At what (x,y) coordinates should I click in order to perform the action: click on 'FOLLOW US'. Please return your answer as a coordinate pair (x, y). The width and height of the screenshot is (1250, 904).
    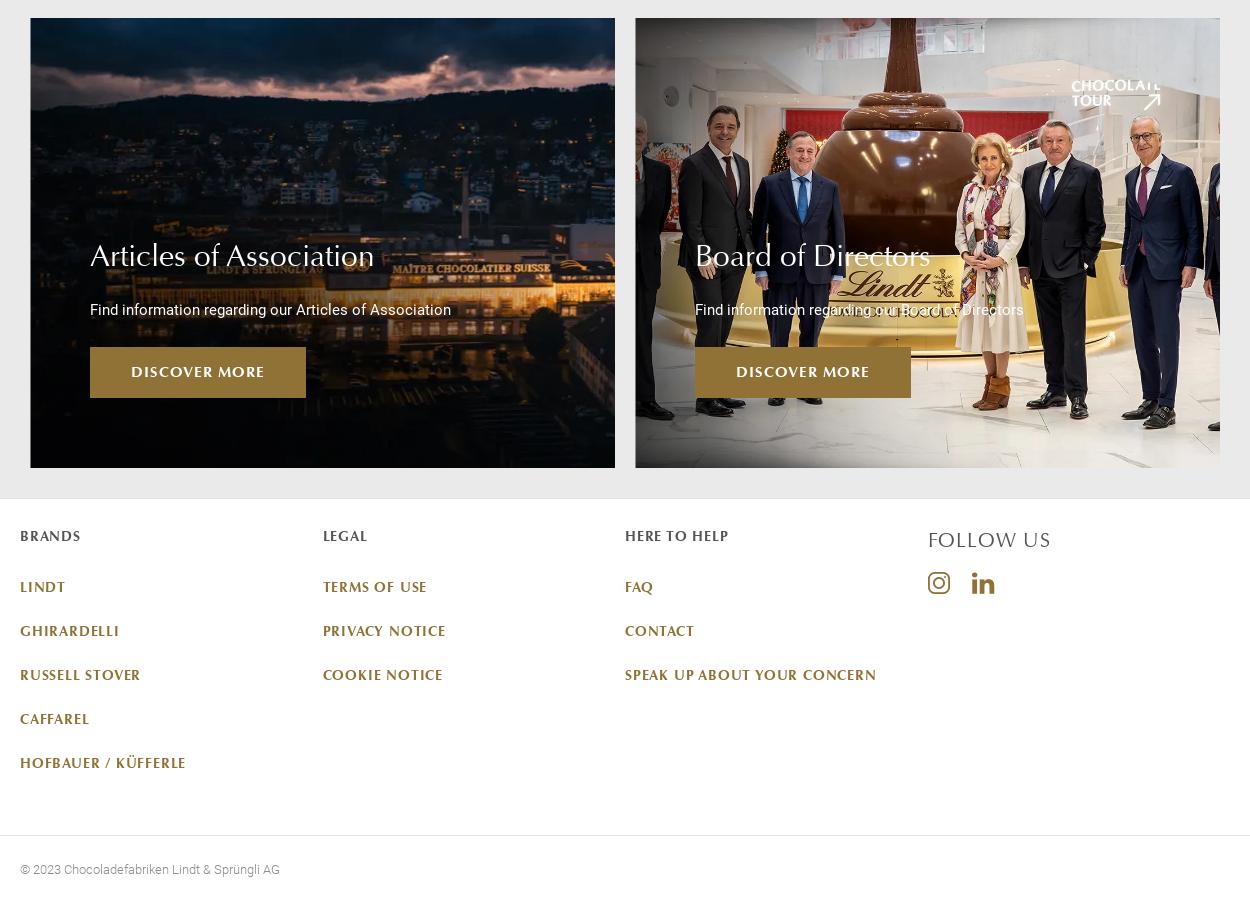
    Looking at the image, I should click on (987, 539).